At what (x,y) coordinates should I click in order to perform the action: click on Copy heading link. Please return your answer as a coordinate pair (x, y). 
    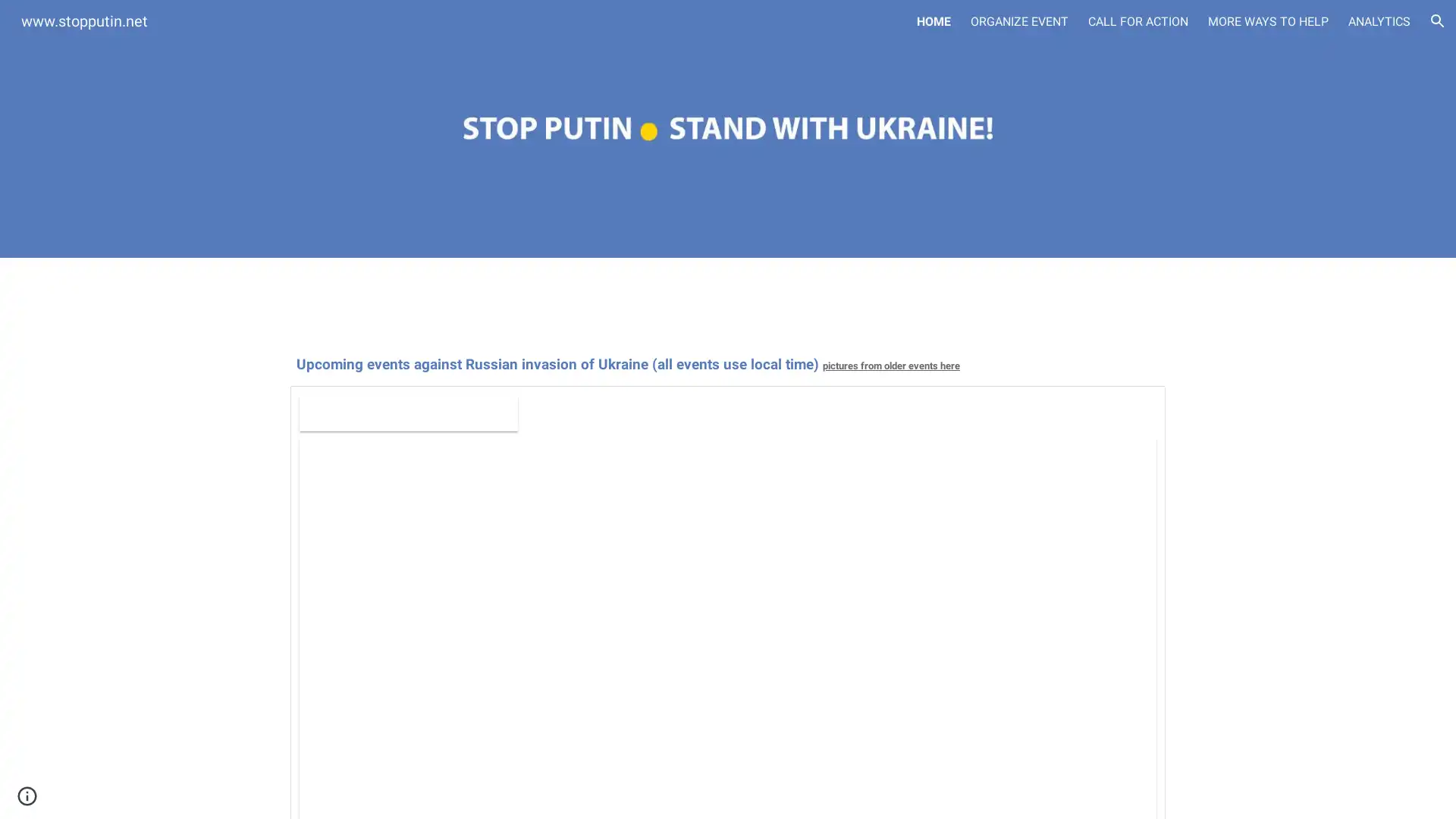
    Looking at the image, I should click on (976, 363).